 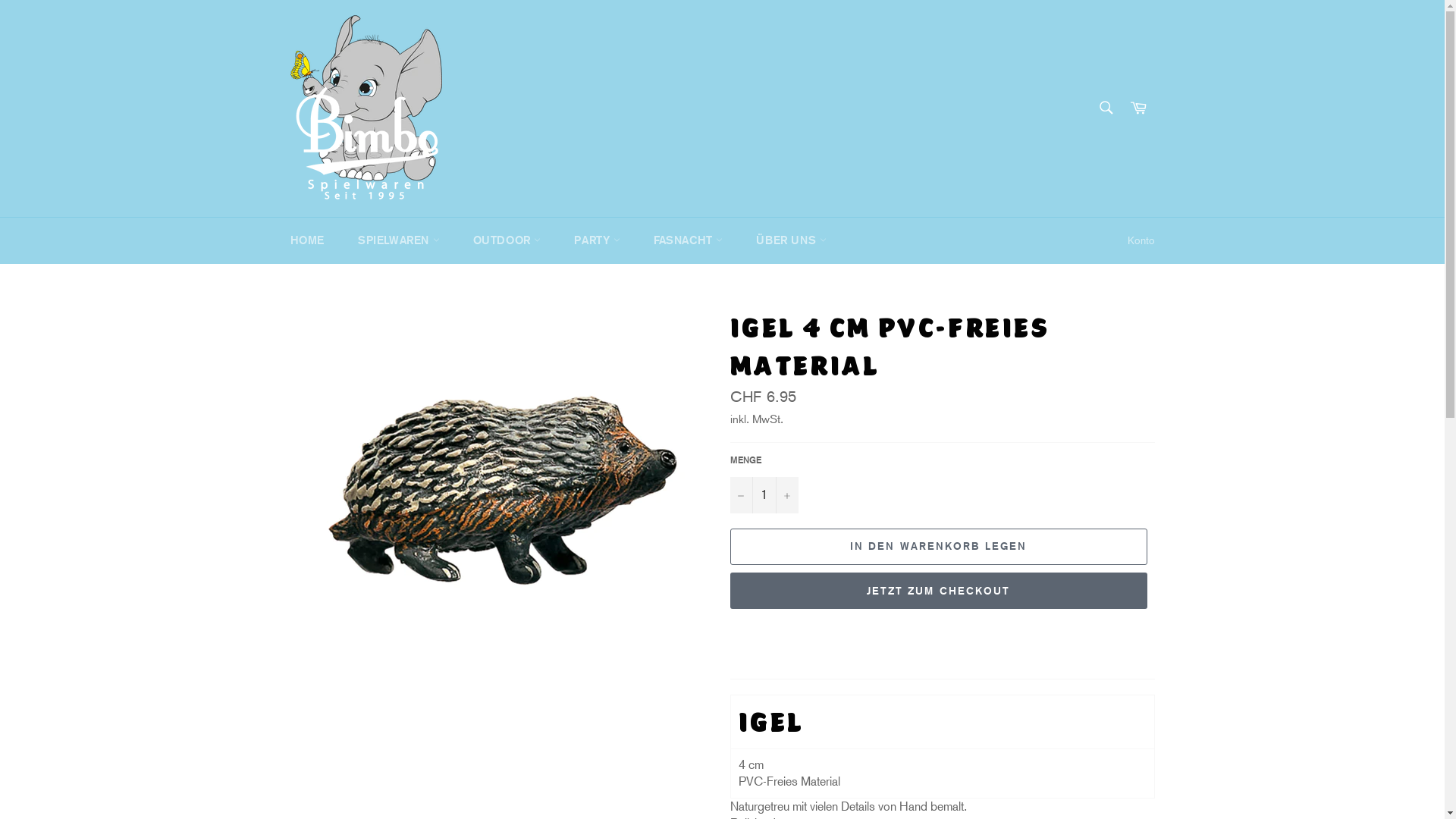 I want to click on 'OUTDOOR', so click(x=507, y=240).